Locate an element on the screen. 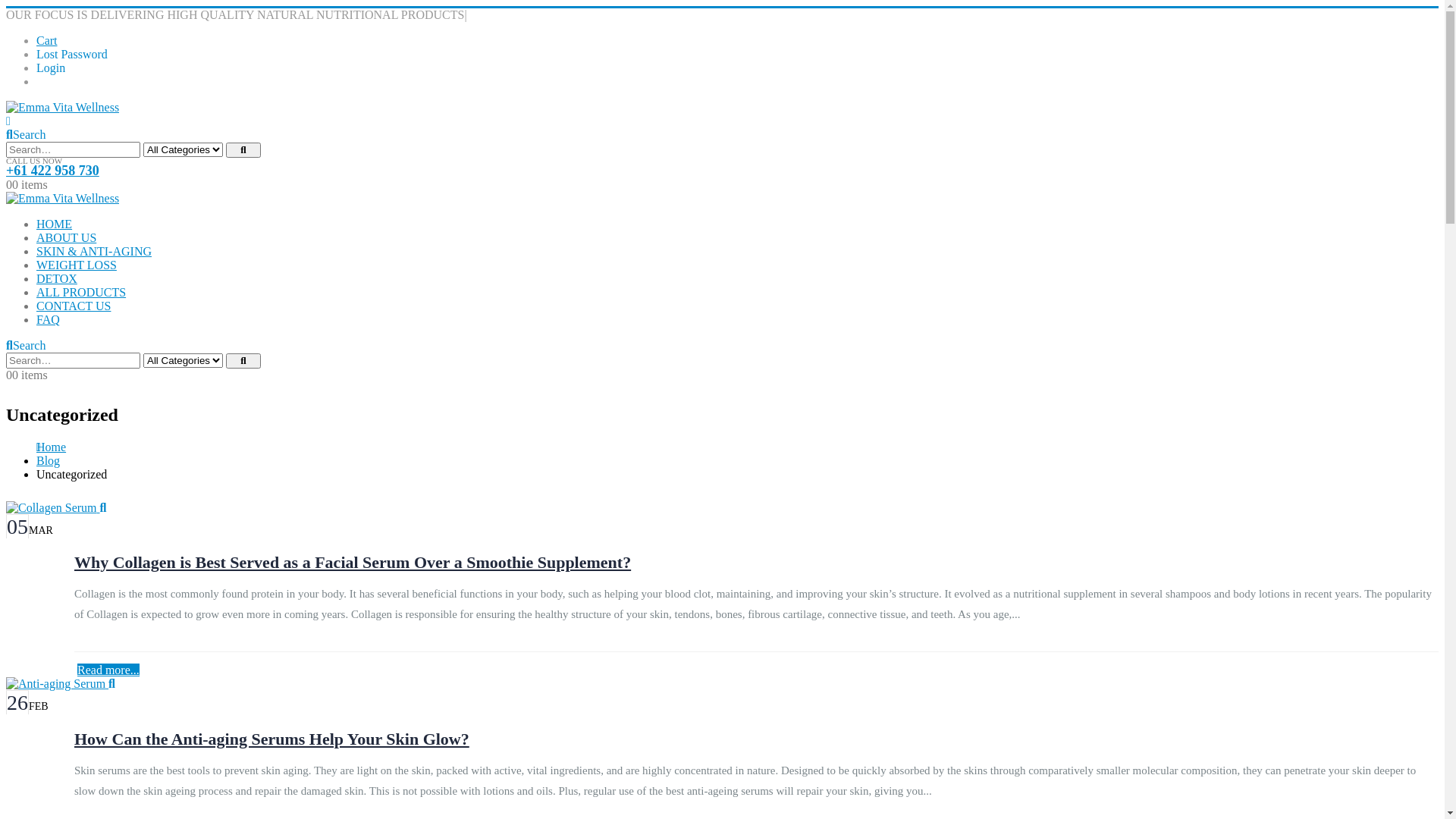  'Cart' is located at coordinates (36, 39).